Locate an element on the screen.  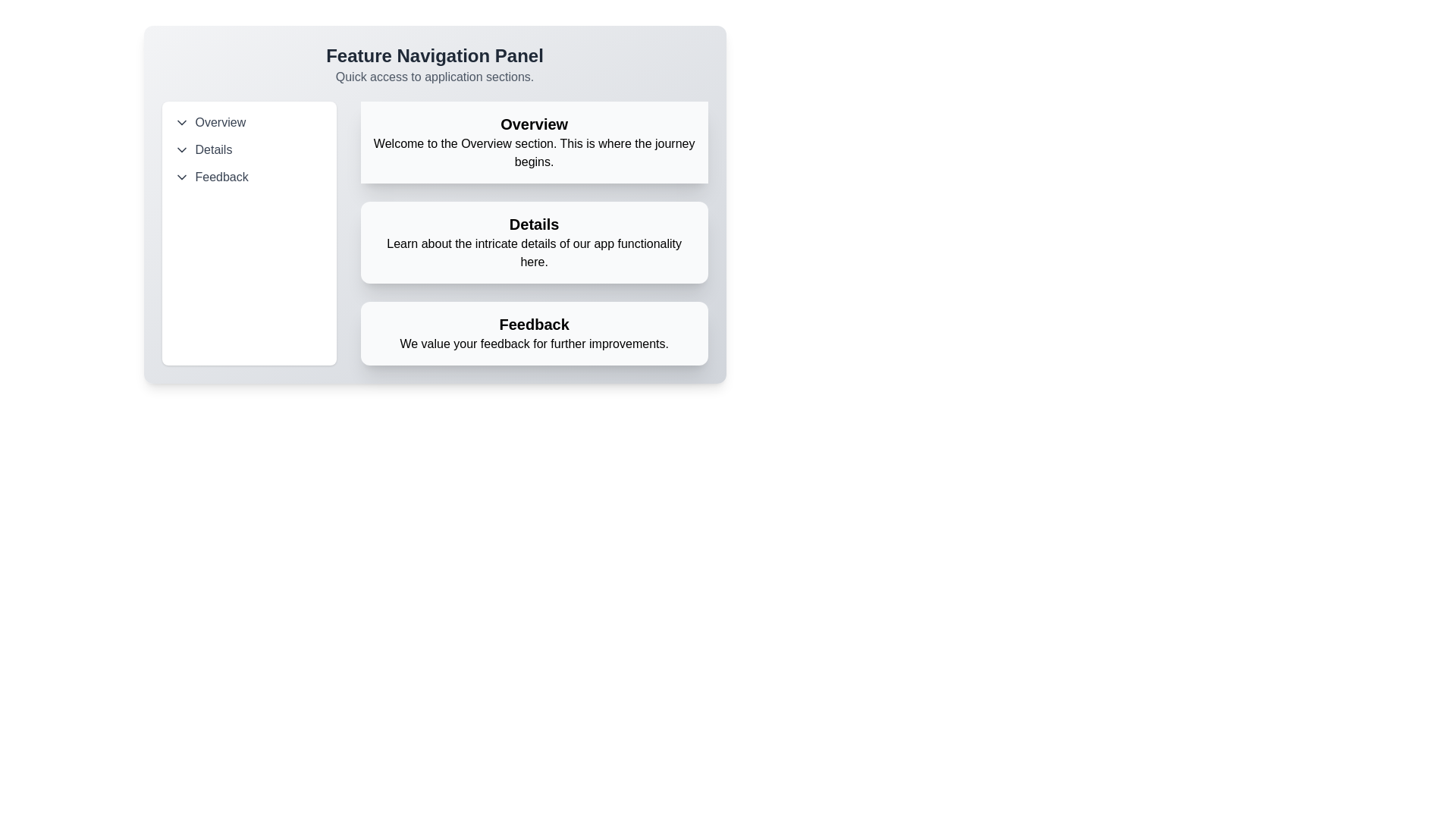
the second item labeled 'Details' in the Vertical Navigation Menu with Expandable Items is located at coordinates (249, 149).